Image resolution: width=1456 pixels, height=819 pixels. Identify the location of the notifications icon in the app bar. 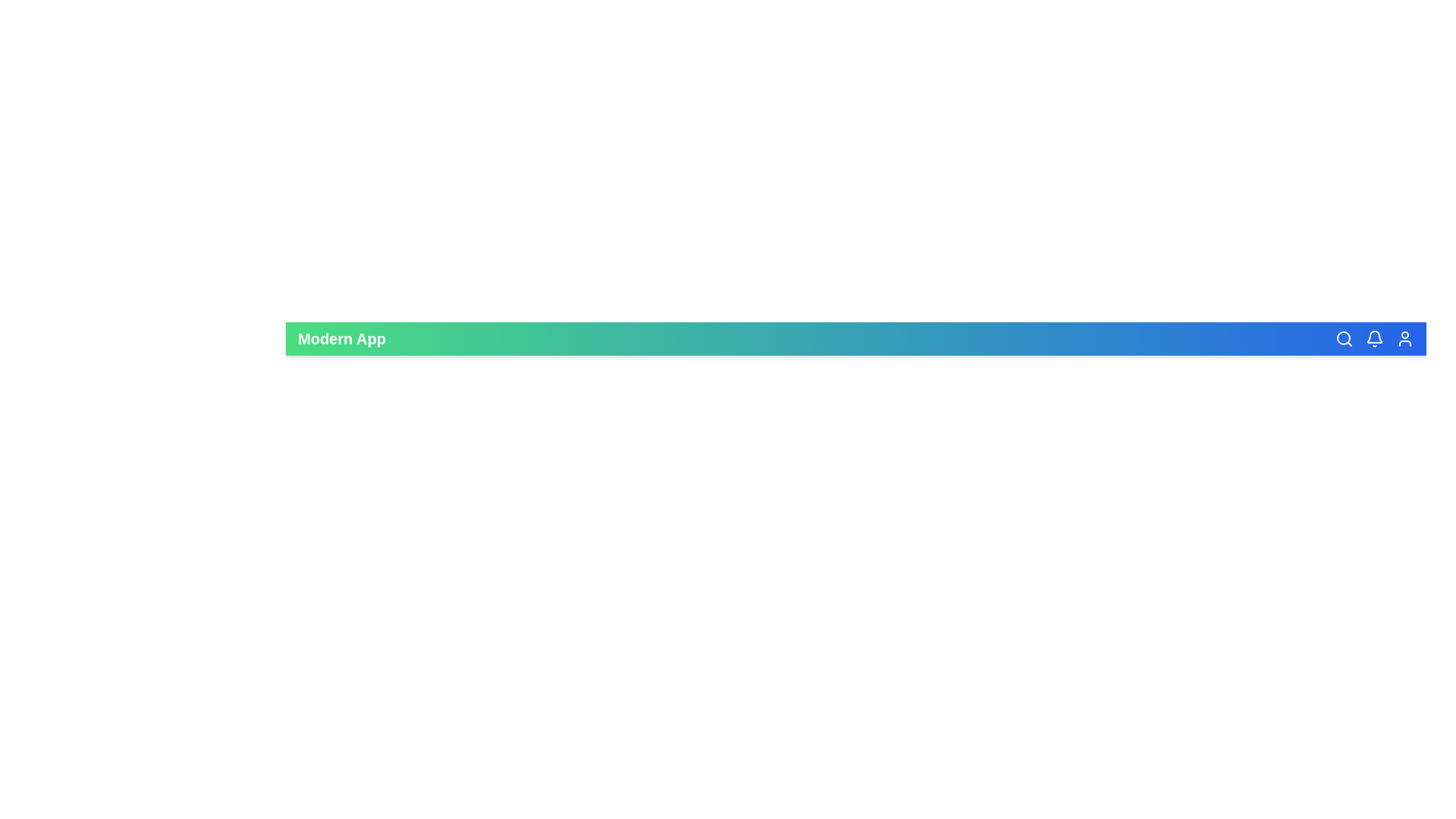
(1375, 338).